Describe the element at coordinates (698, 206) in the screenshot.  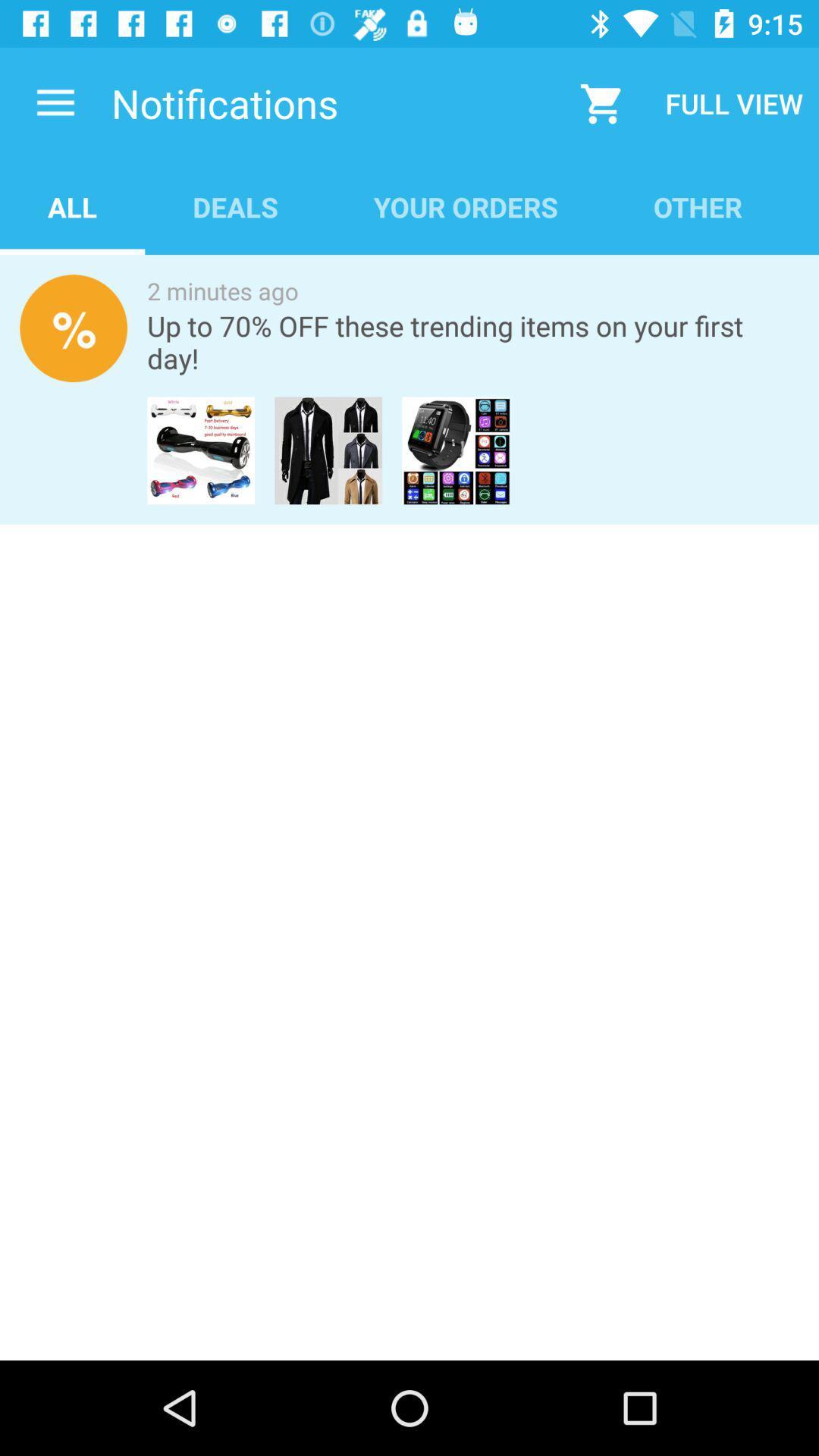
I see `other app` at that location.